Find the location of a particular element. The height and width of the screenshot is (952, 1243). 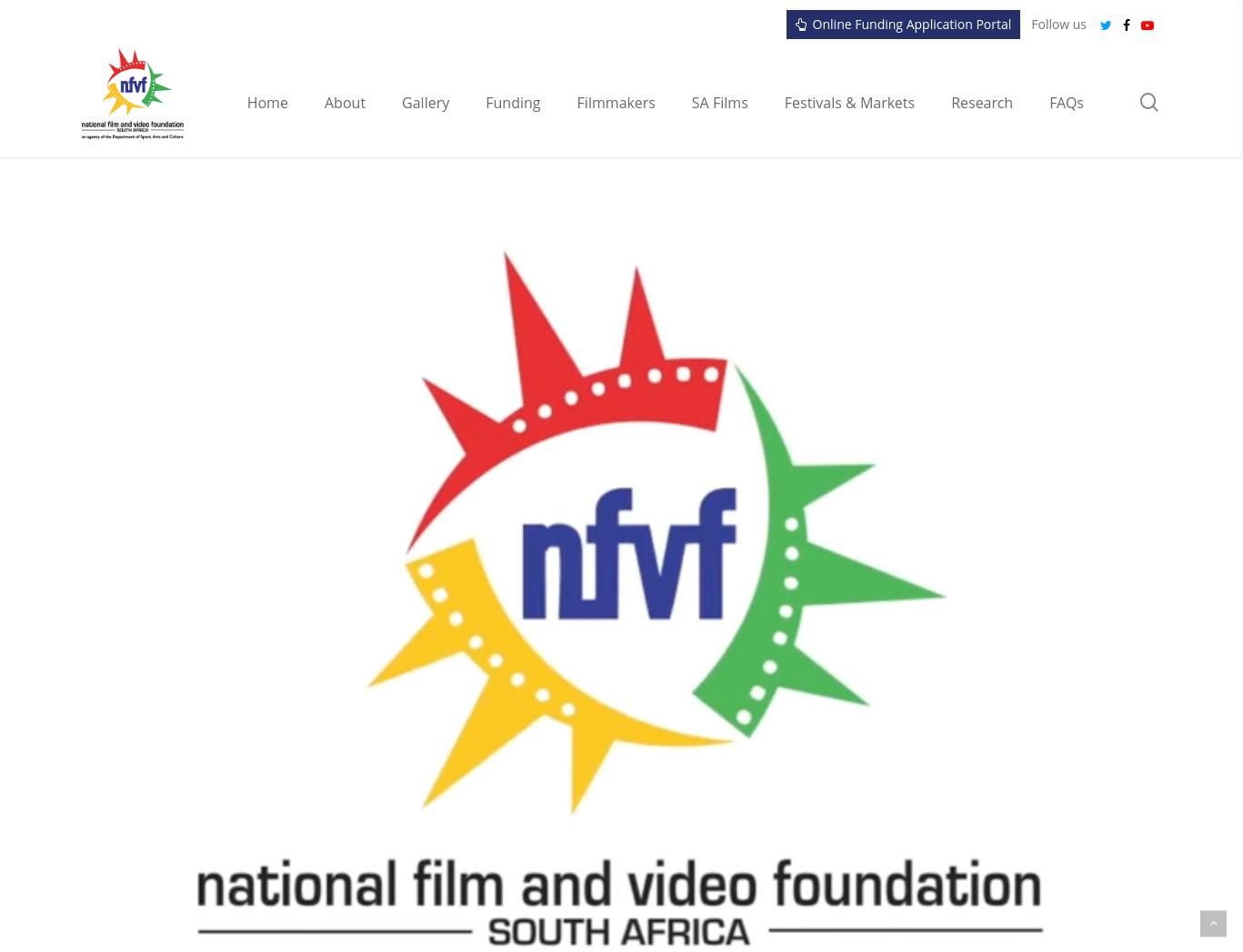

'Home' is located at coordinates (266, 101).